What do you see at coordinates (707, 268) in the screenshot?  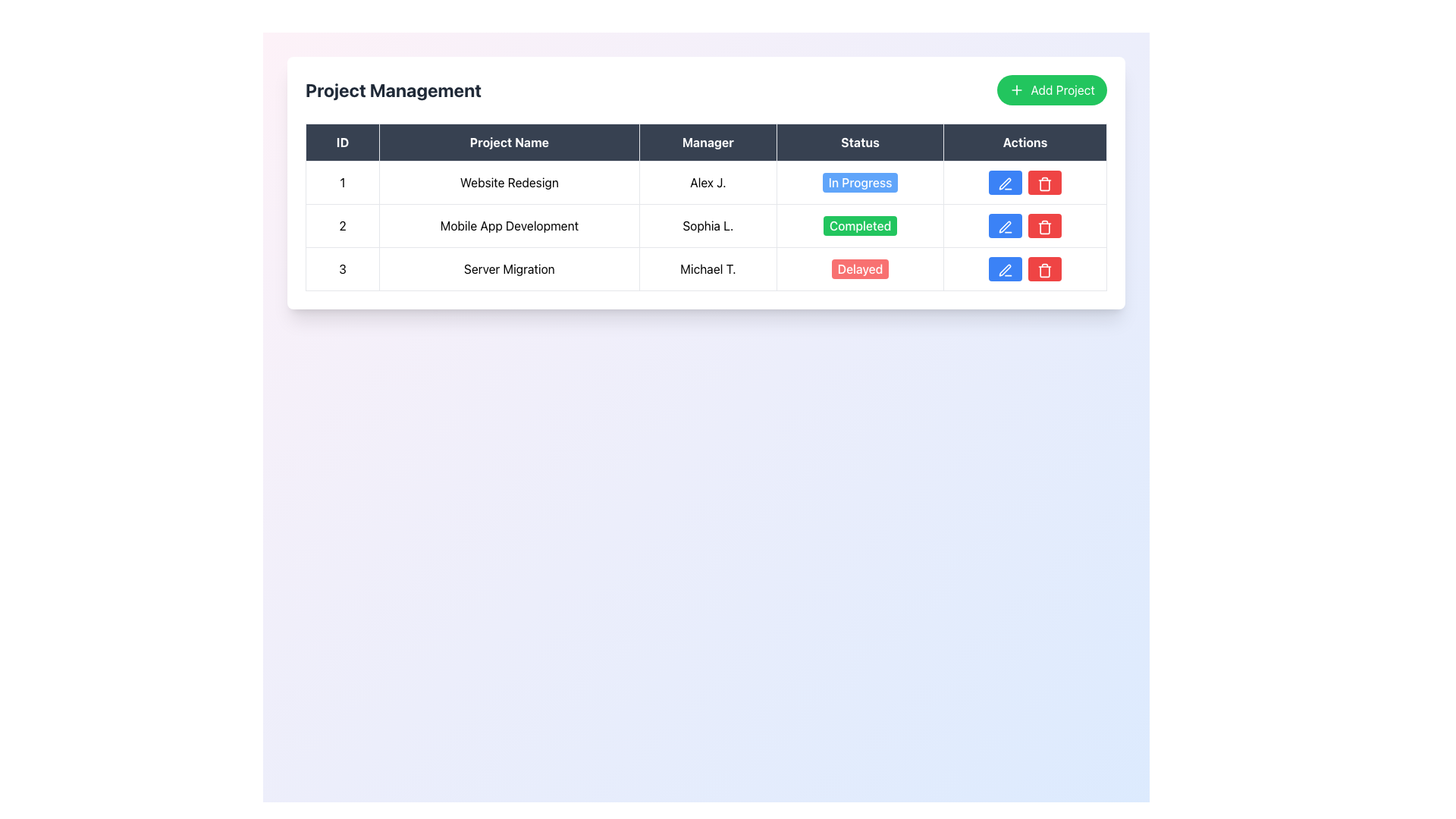 I see `the text label displaying 'Michael T.' located in the third row of the table under the 'Manager' column to trigger potential tooltip or highlight effect` at bounding box center [707, 268].